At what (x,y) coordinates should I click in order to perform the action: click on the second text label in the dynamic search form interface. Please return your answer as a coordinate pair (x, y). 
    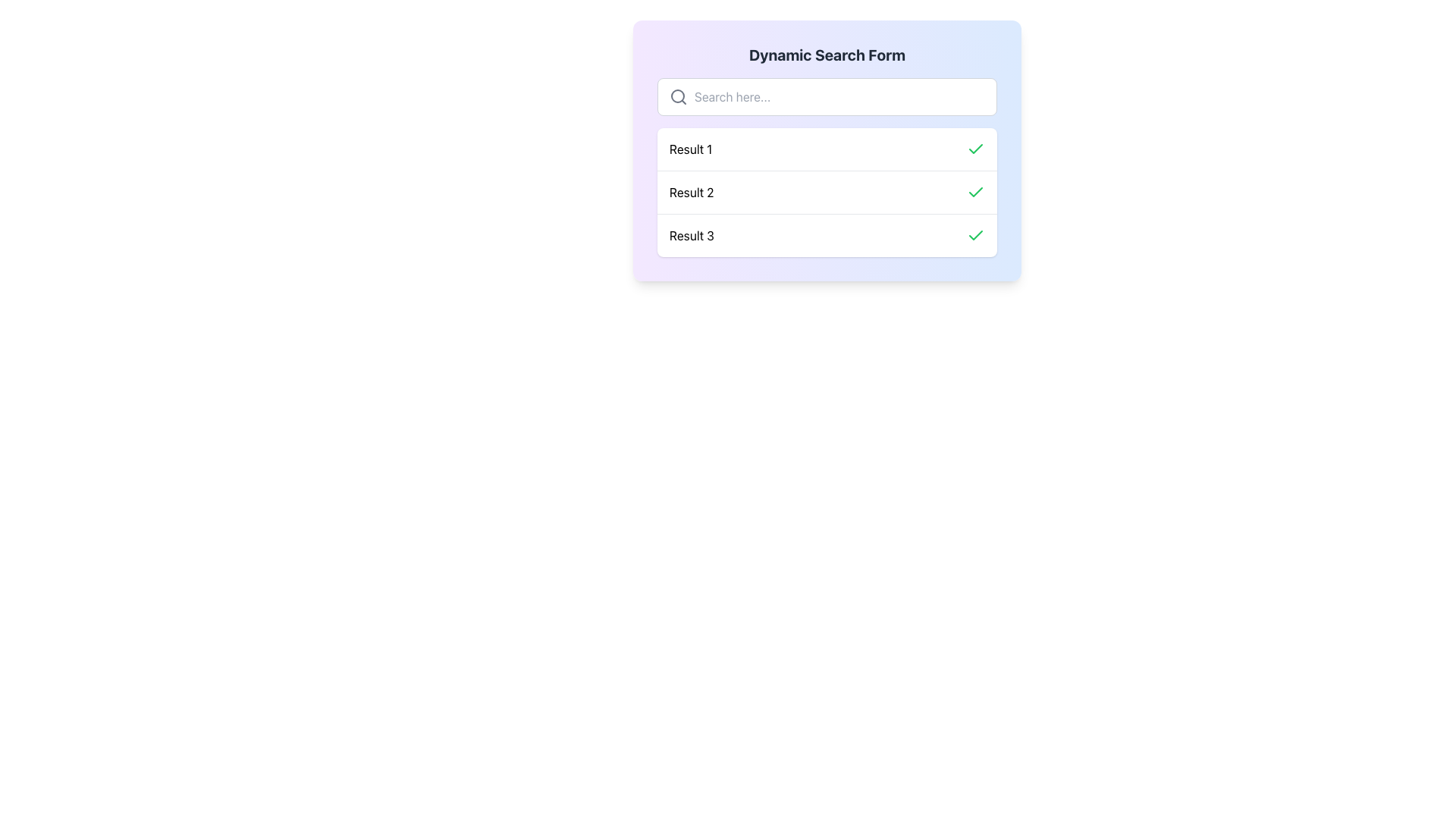
    Looking at the image, I should click on (691, 192).